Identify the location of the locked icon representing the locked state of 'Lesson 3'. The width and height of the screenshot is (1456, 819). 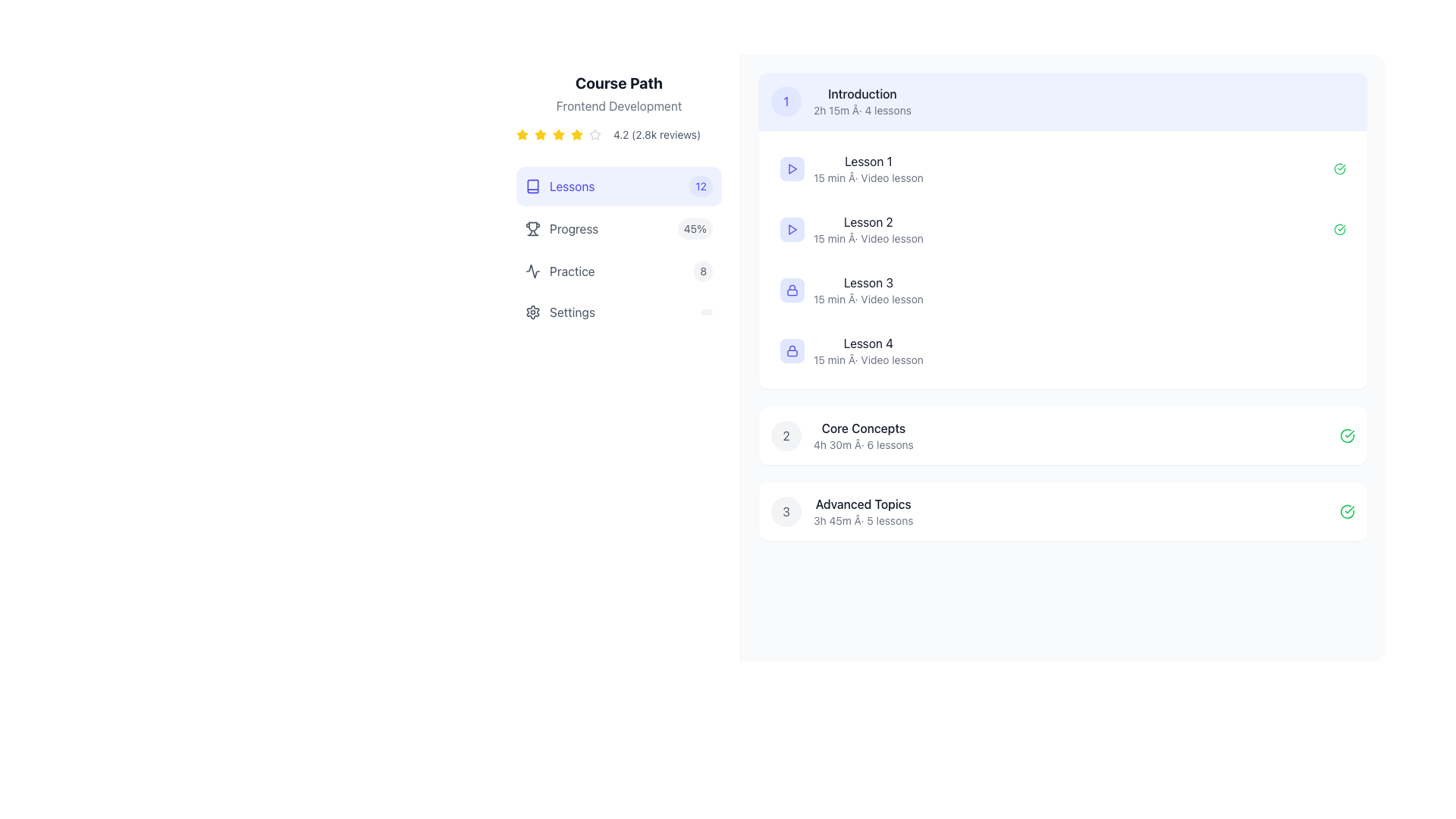
(792, 290).